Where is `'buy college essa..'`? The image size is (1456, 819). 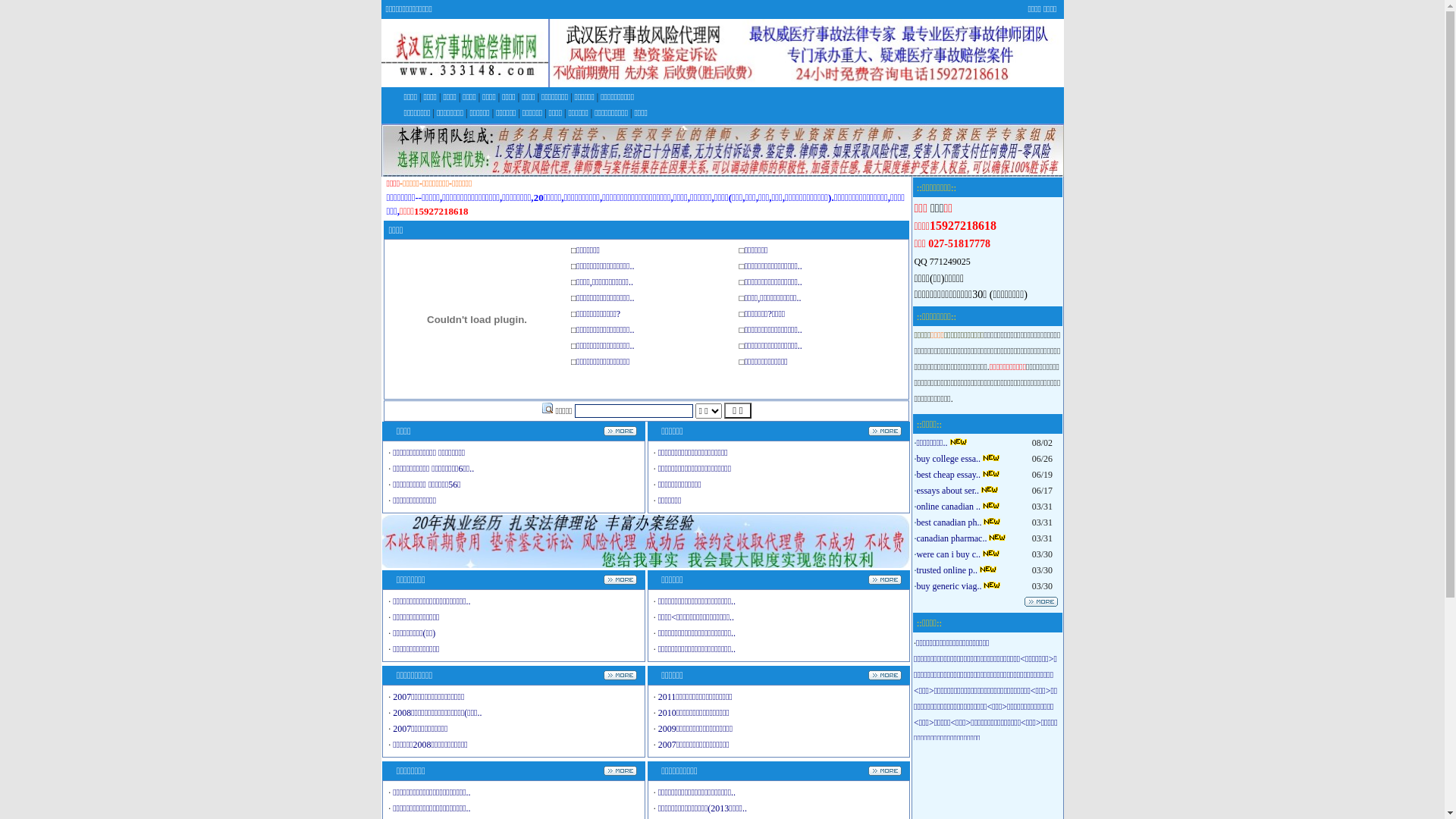
'buy college essa..' is located at coordinates (947, 458).